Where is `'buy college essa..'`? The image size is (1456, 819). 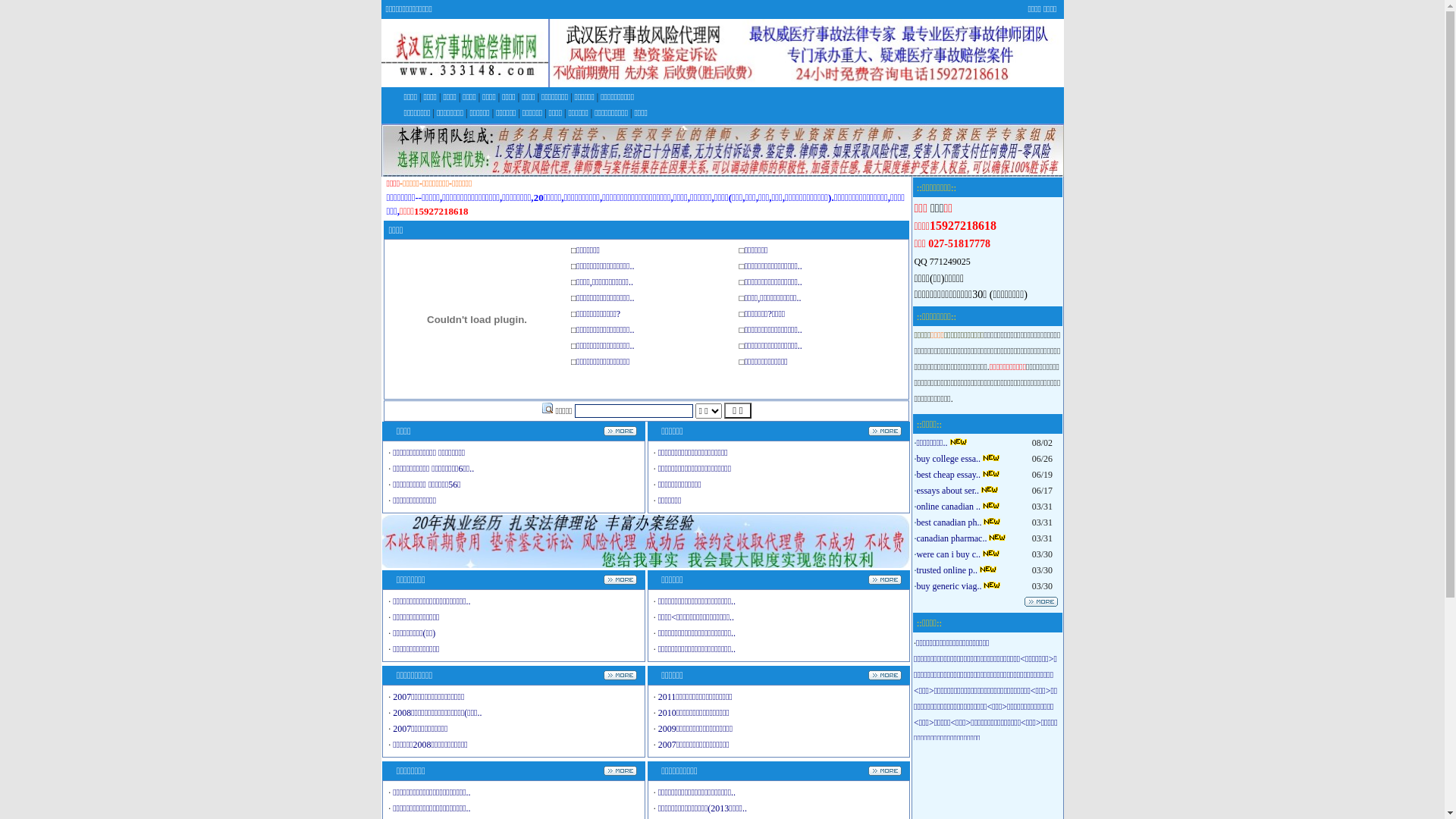
'buy college essa..' is located at coordinates (947, 458).